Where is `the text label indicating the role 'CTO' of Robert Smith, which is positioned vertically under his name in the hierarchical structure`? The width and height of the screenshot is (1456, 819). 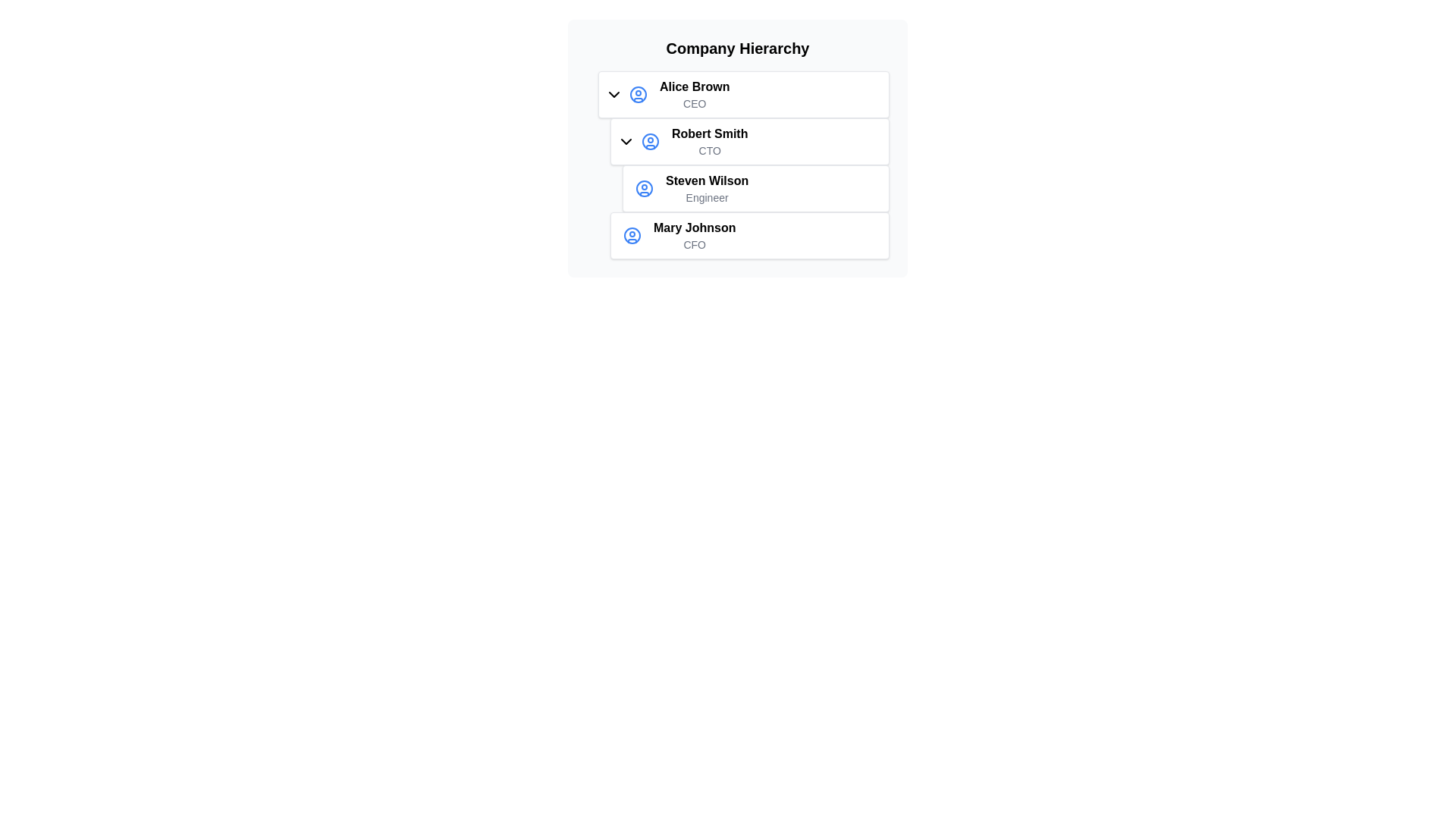 the text label indicating the role 'CTO' of Robert Smith, which is positioned vertically under his name in the hierarchical structure is located at coordinates (709, 151).